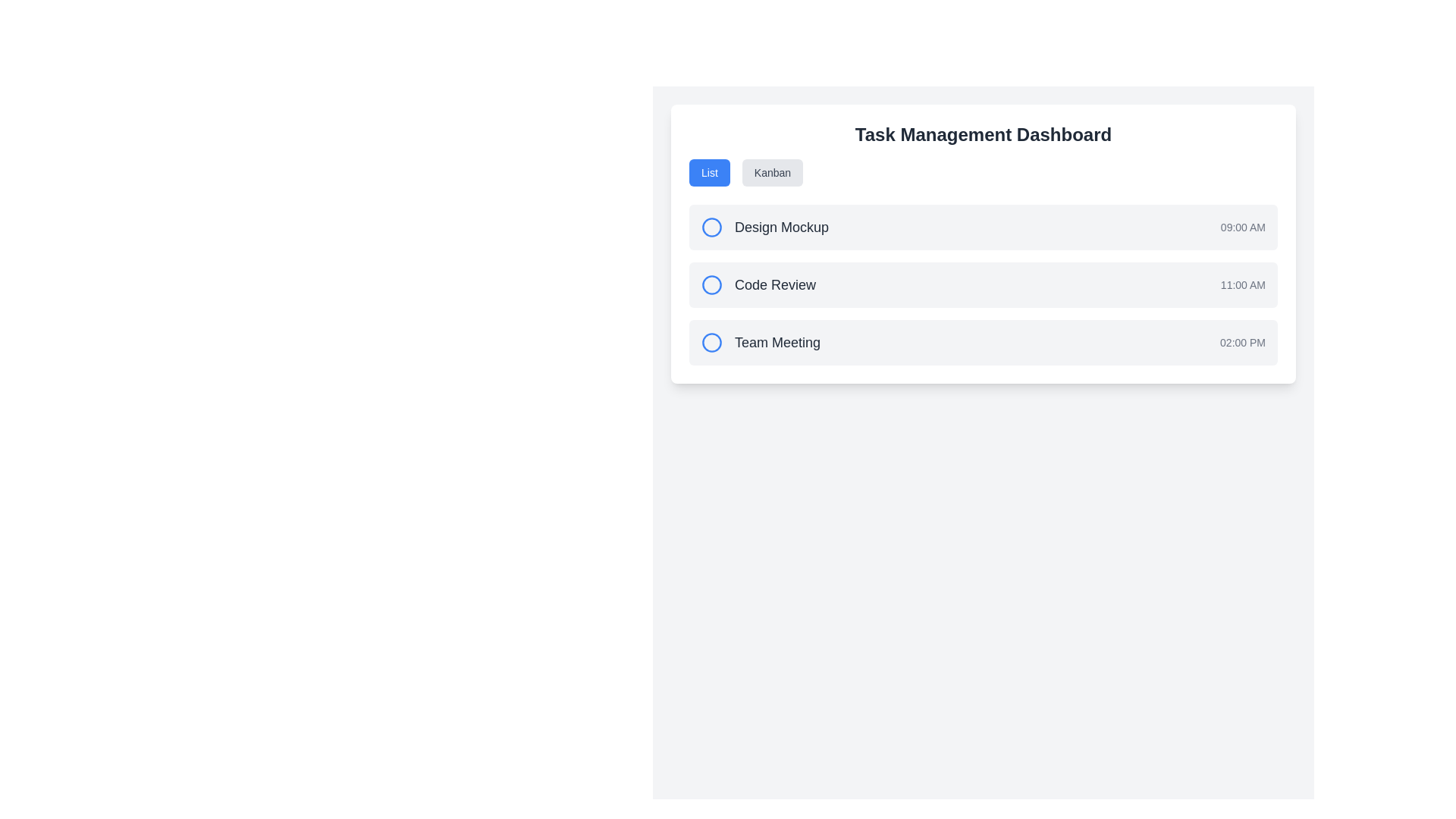 The image size is (1456, 819). Describe the element at coordinates (983, 284) in the screenshot. I see `the List Item labeled 'Code Review'` at that location.